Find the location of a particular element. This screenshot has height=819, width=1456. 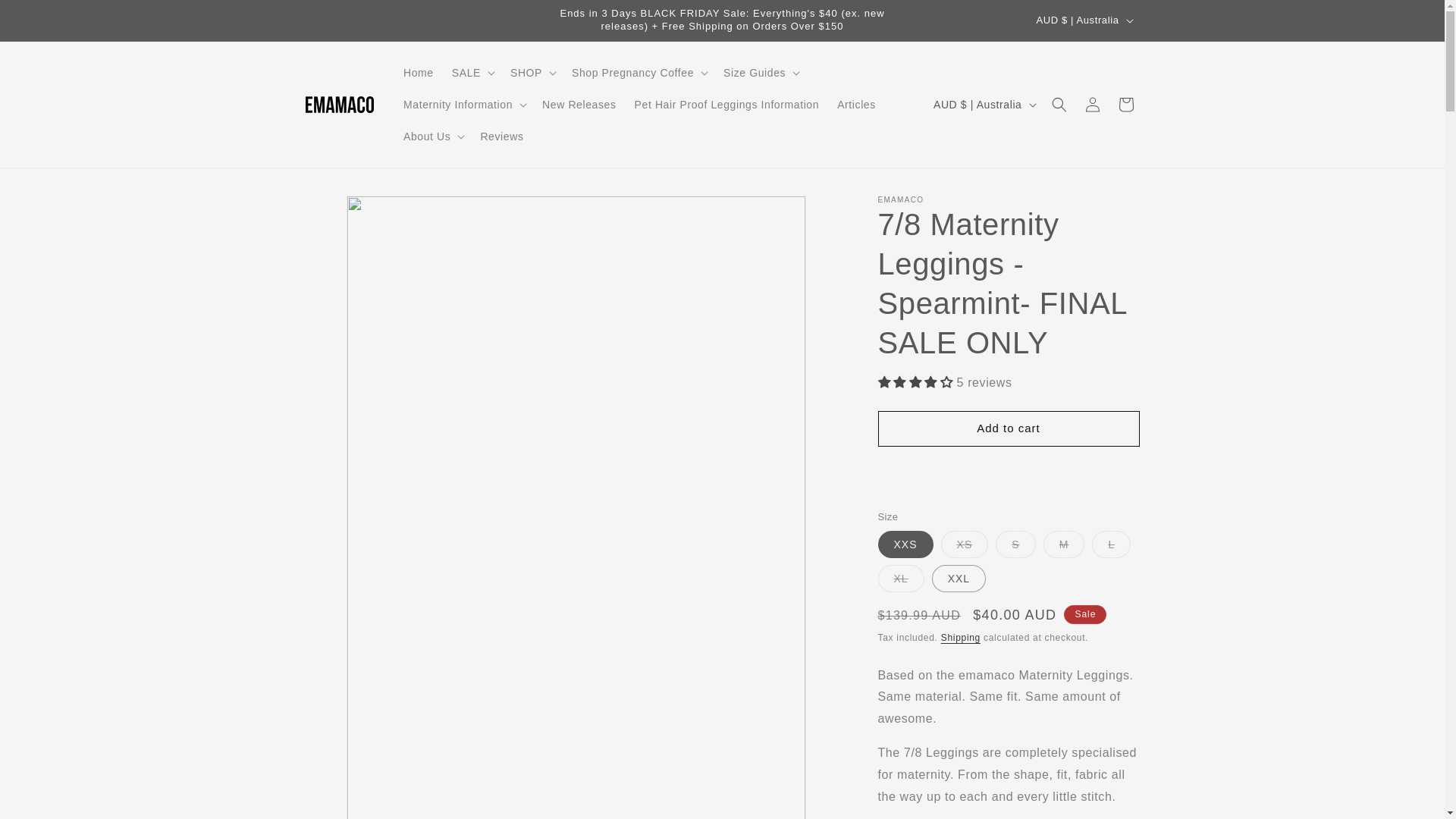

'Cart' is located at coordinates (1125, 104).